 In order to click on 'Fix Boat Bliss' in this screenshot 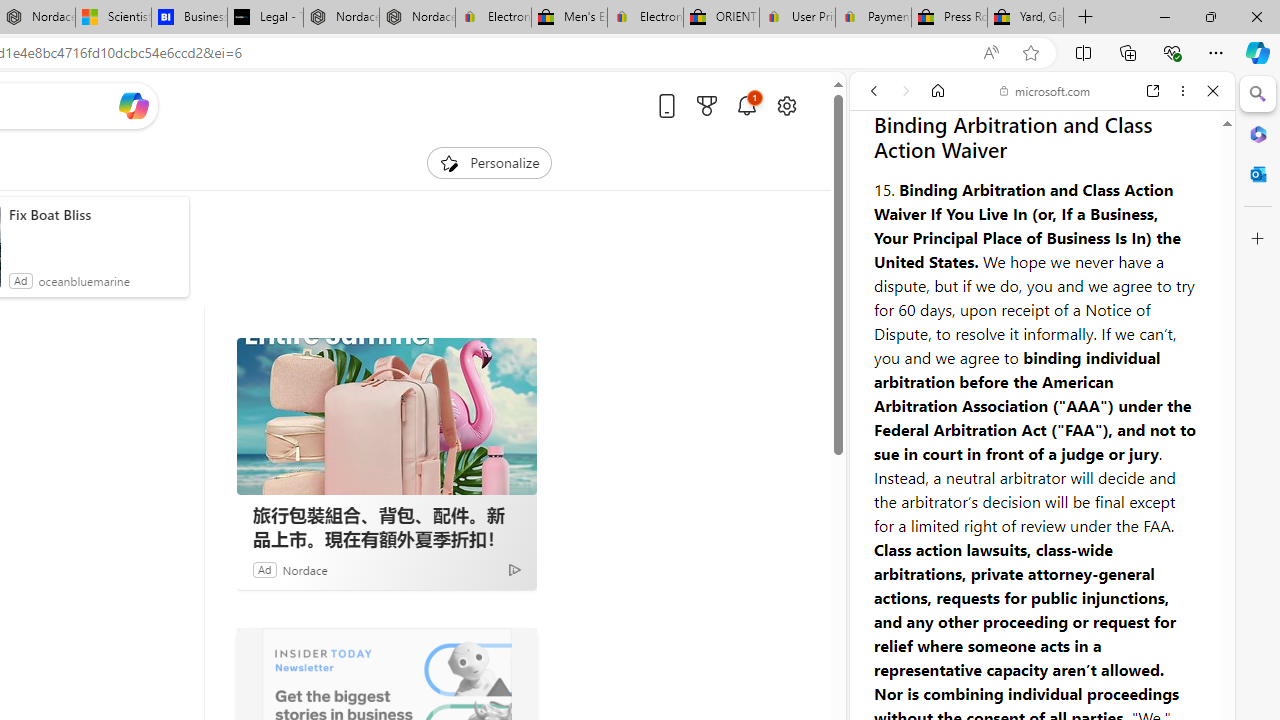, I will do `click(93, 214)`.